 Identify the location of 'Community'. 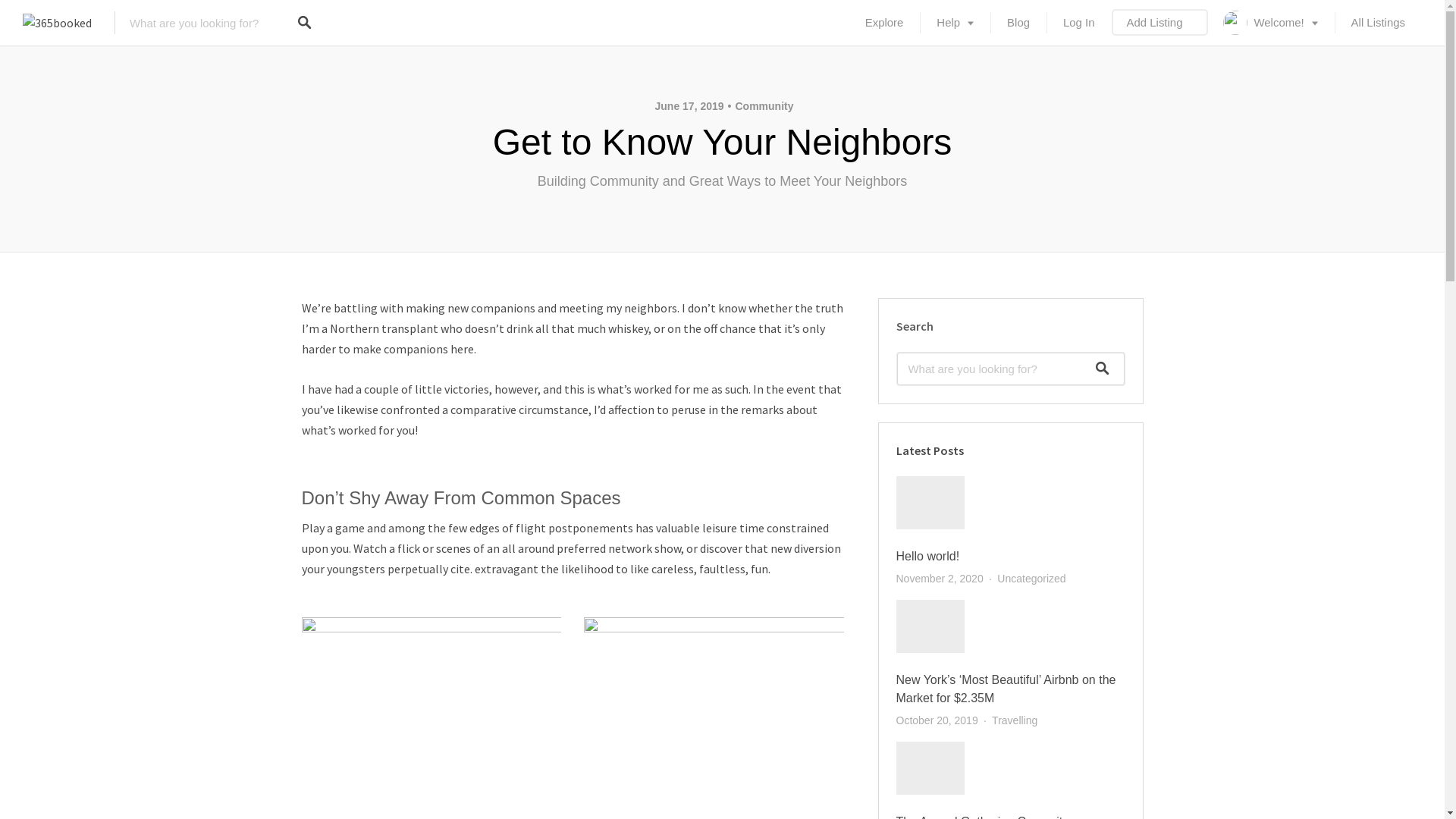
(761, 105).